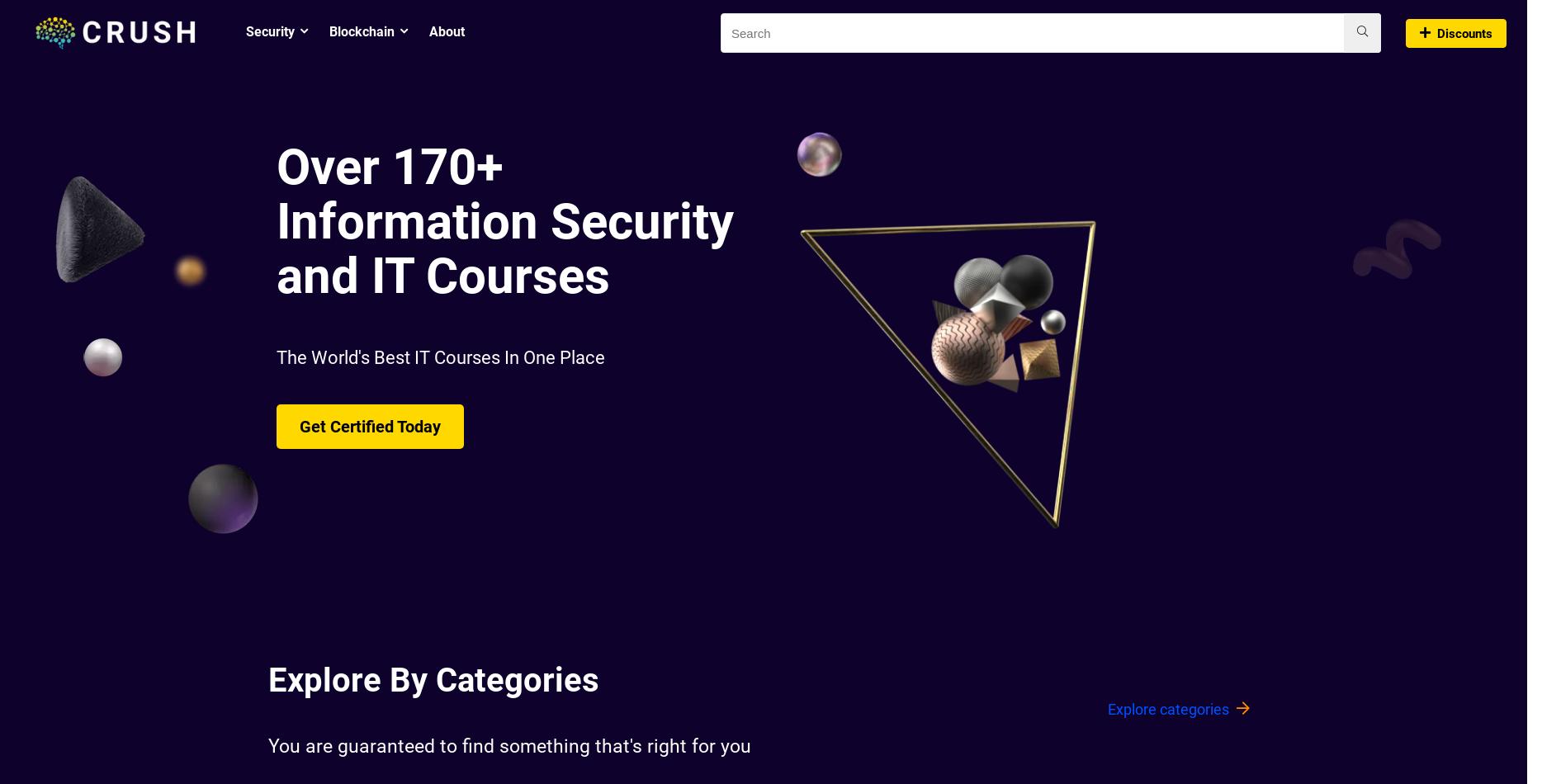  Describe the element at coordinates (440, 357) in the screenshot. I see `'The World's Best IT Courses In One Place'` at that location.